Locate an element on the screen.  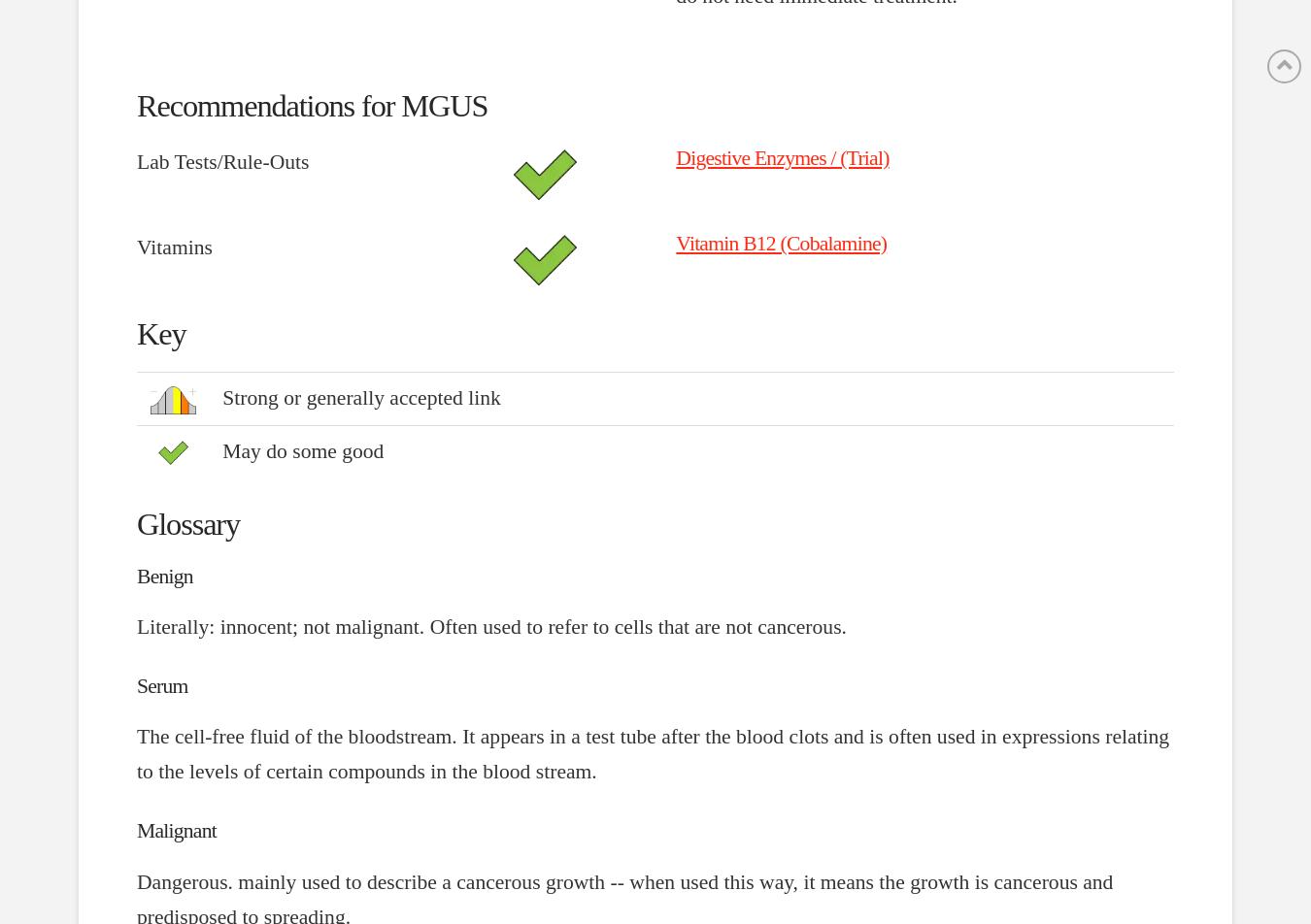
'Benign' is located at coordinates (136, 576).